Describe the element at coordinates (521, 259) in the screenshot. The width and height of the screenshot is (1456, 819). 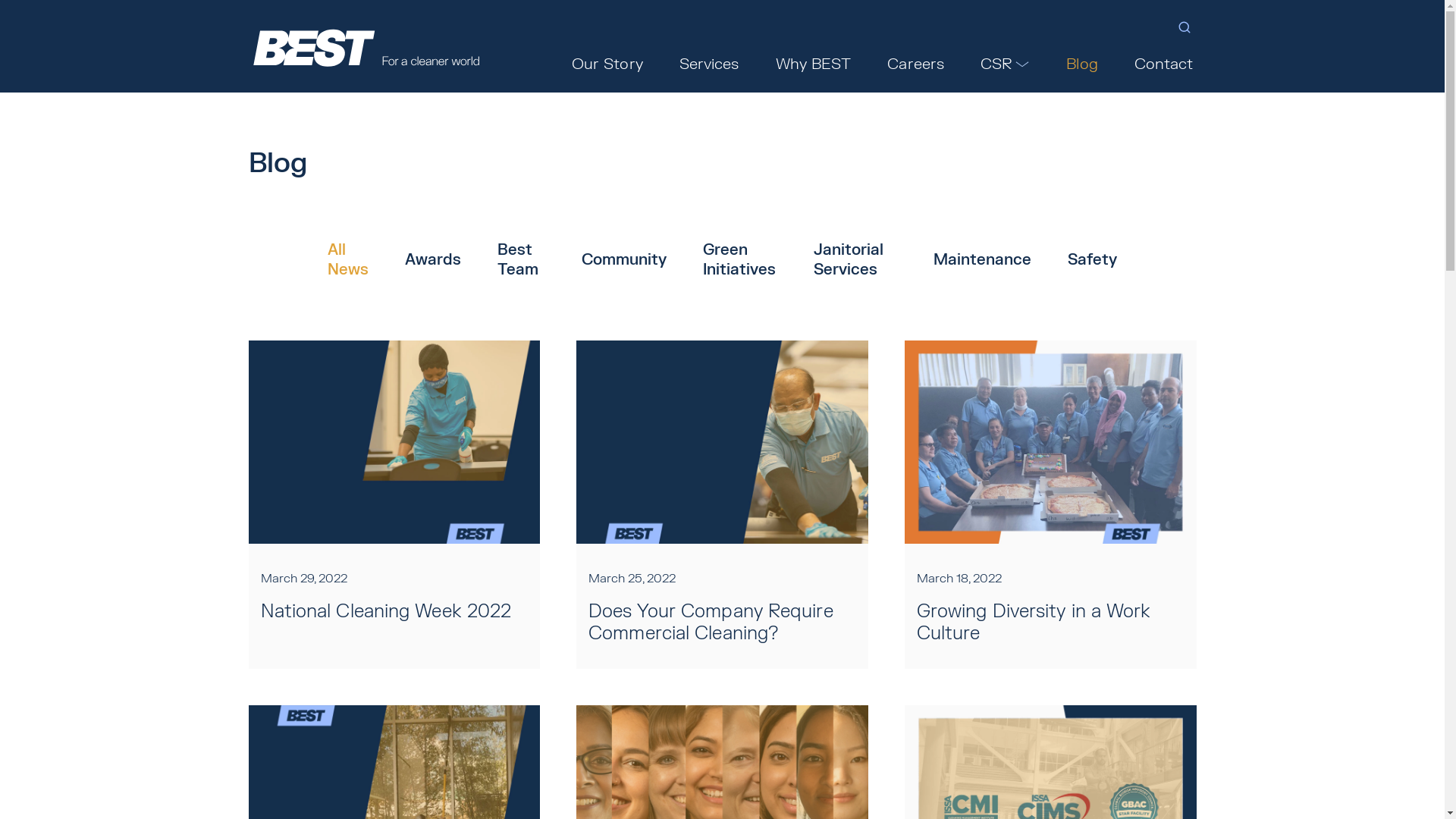
I see `'Best Team'` at that location.